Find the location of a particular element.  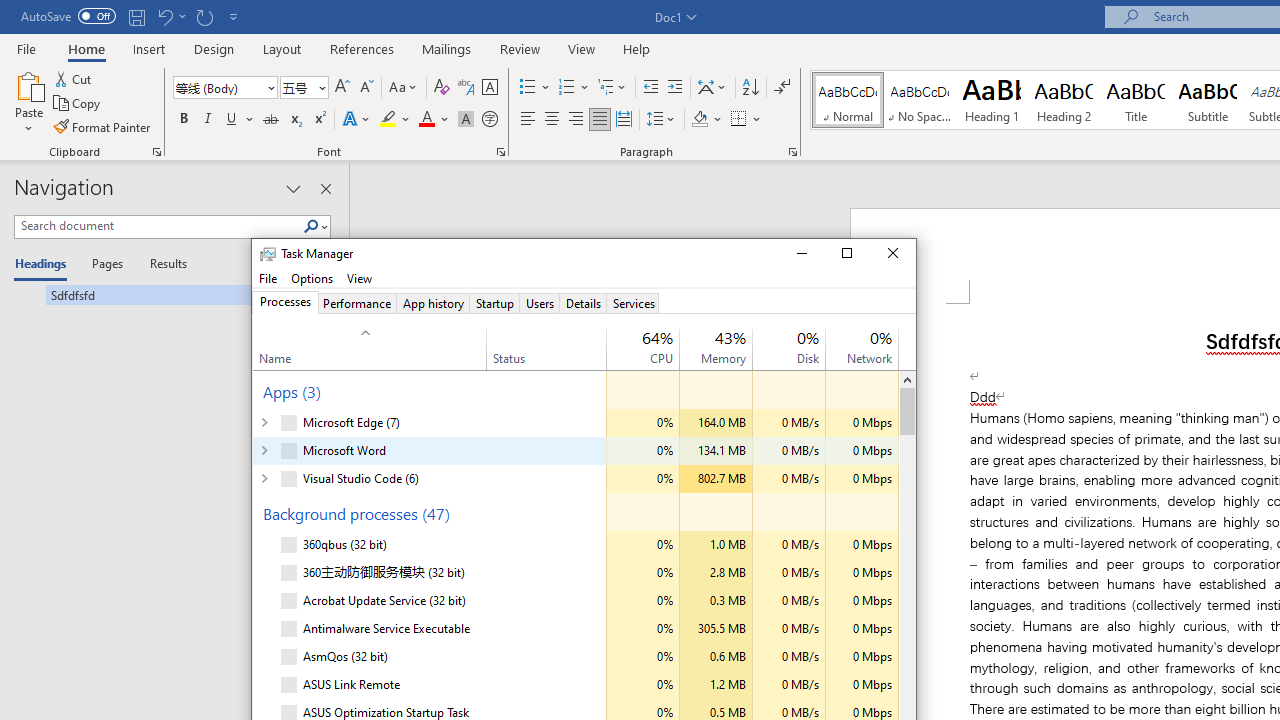

'Users' is located at coordinates (540, 303).